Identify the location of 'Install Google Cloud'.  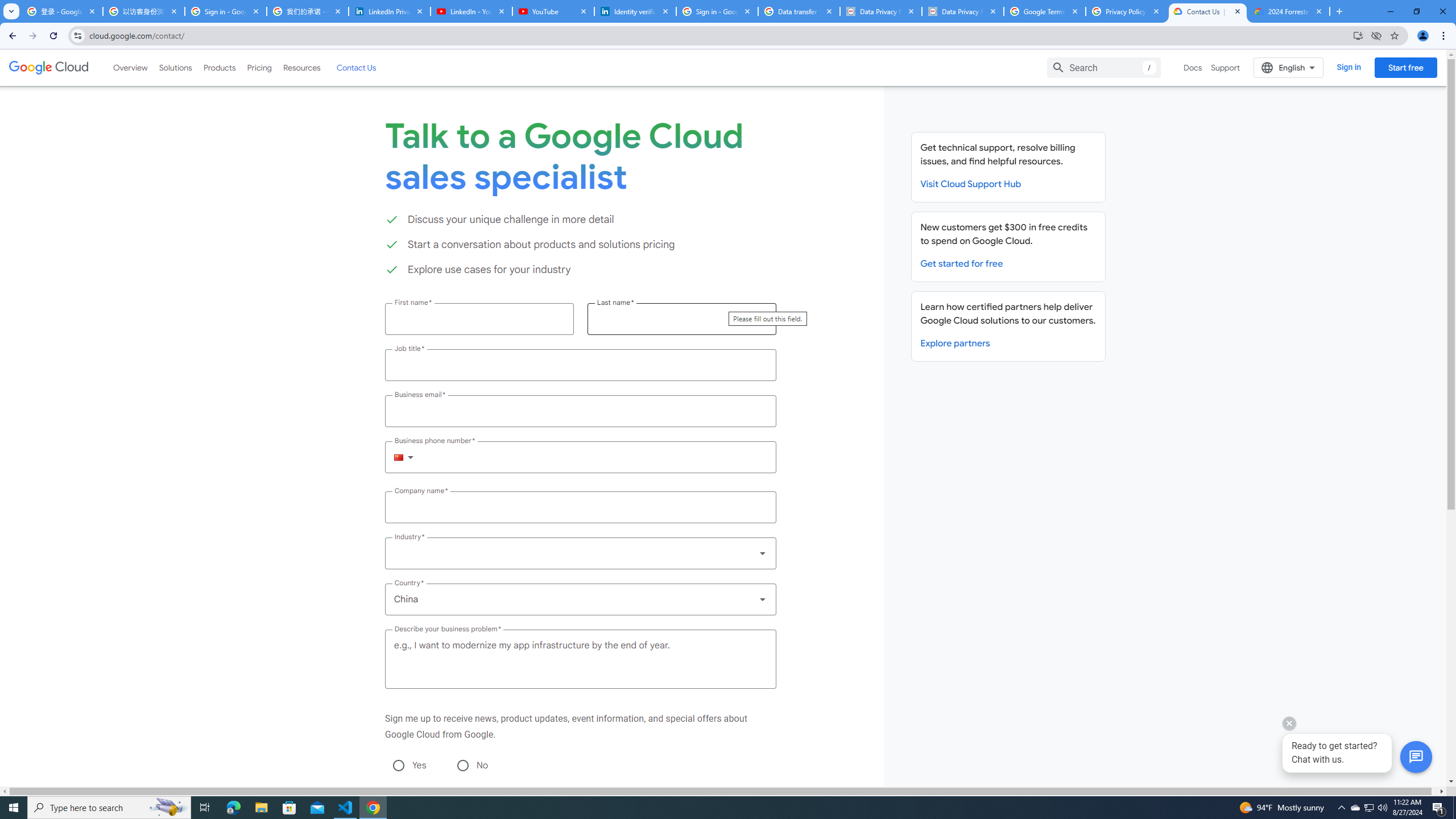
(1358, 35).